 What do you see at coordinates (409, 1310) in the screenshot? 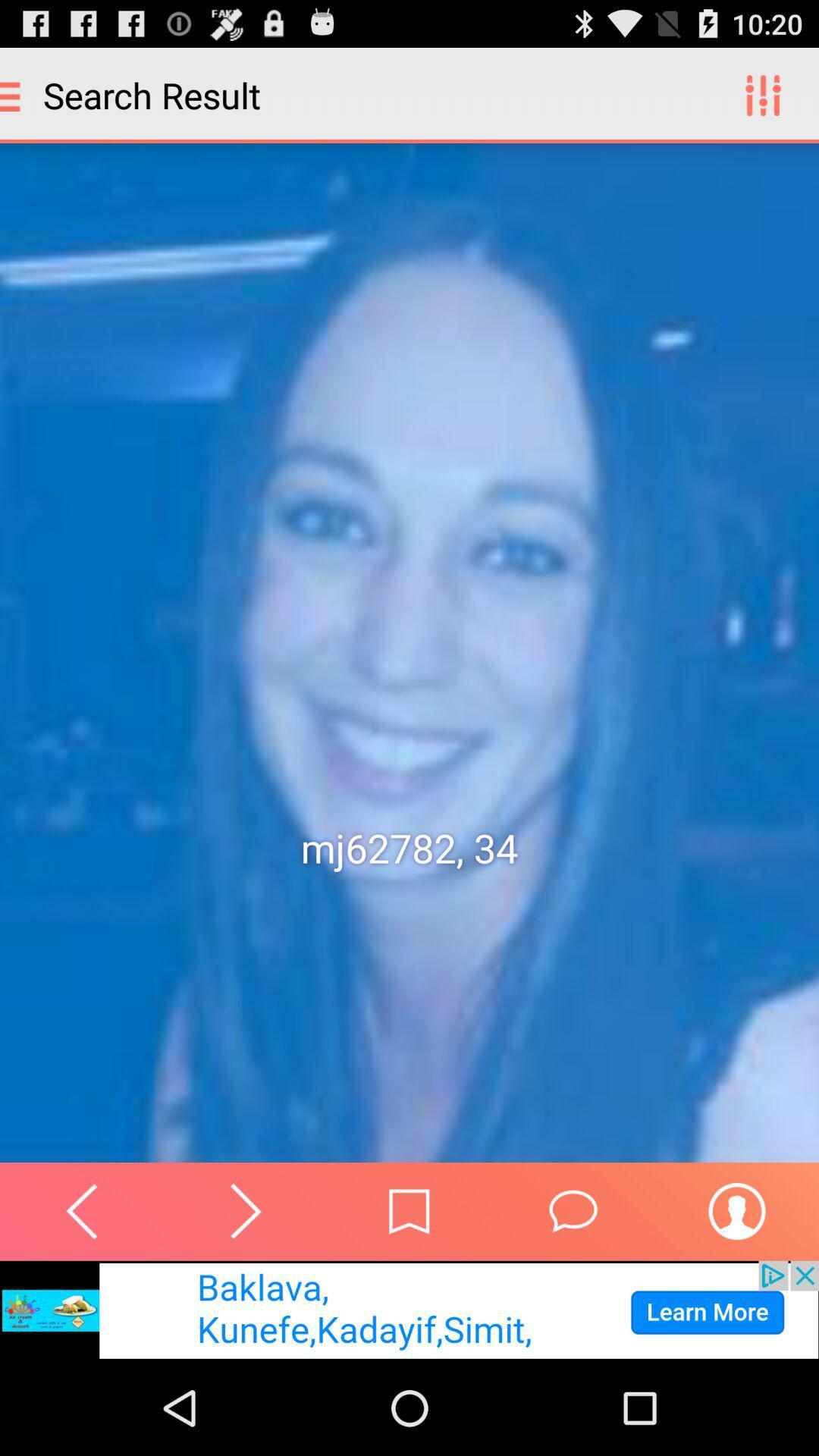
I see `visit advertiser` at bounding box center [409, 1310].